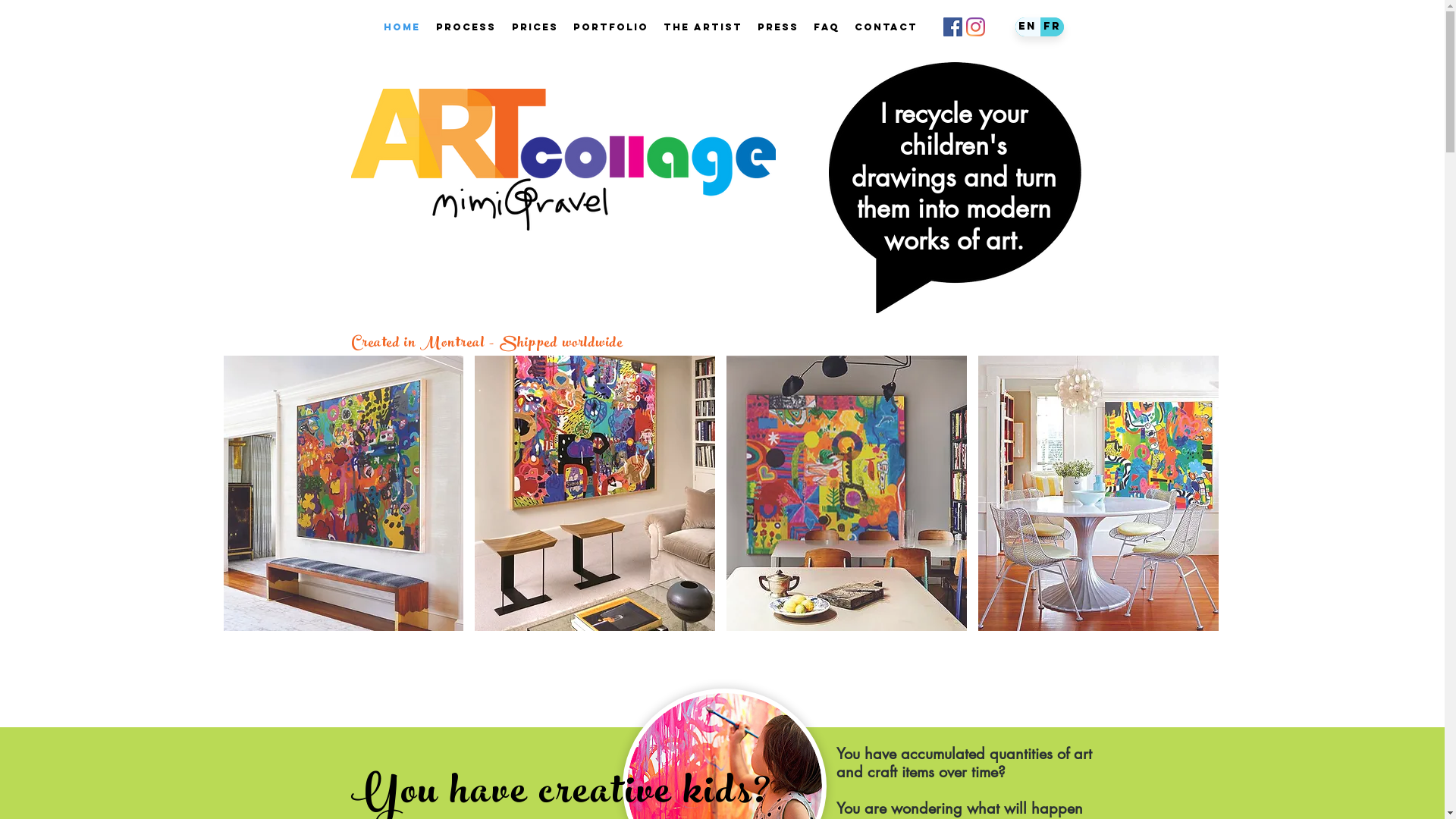  What do you see at coordinates (655, 27) in the screenshot?
I see `'The artist'` at bounding box center [655, 27].